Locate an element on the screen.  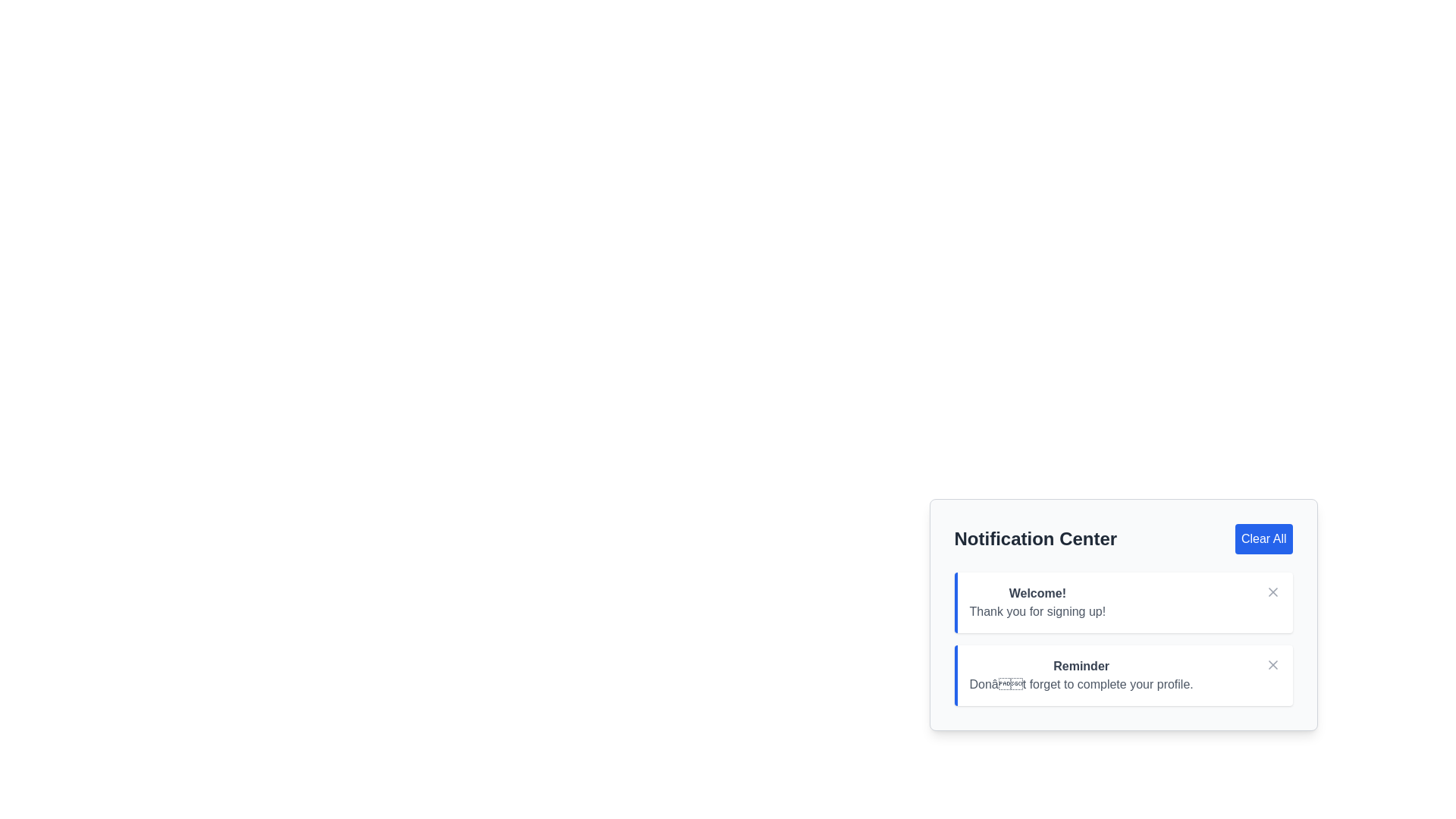
text element titled 'Welcome!' with the message 'Thank you for signing up!' located in the Notification Center, positioned just below the 'Notification Center' title is located at coordinates (1043, 601).